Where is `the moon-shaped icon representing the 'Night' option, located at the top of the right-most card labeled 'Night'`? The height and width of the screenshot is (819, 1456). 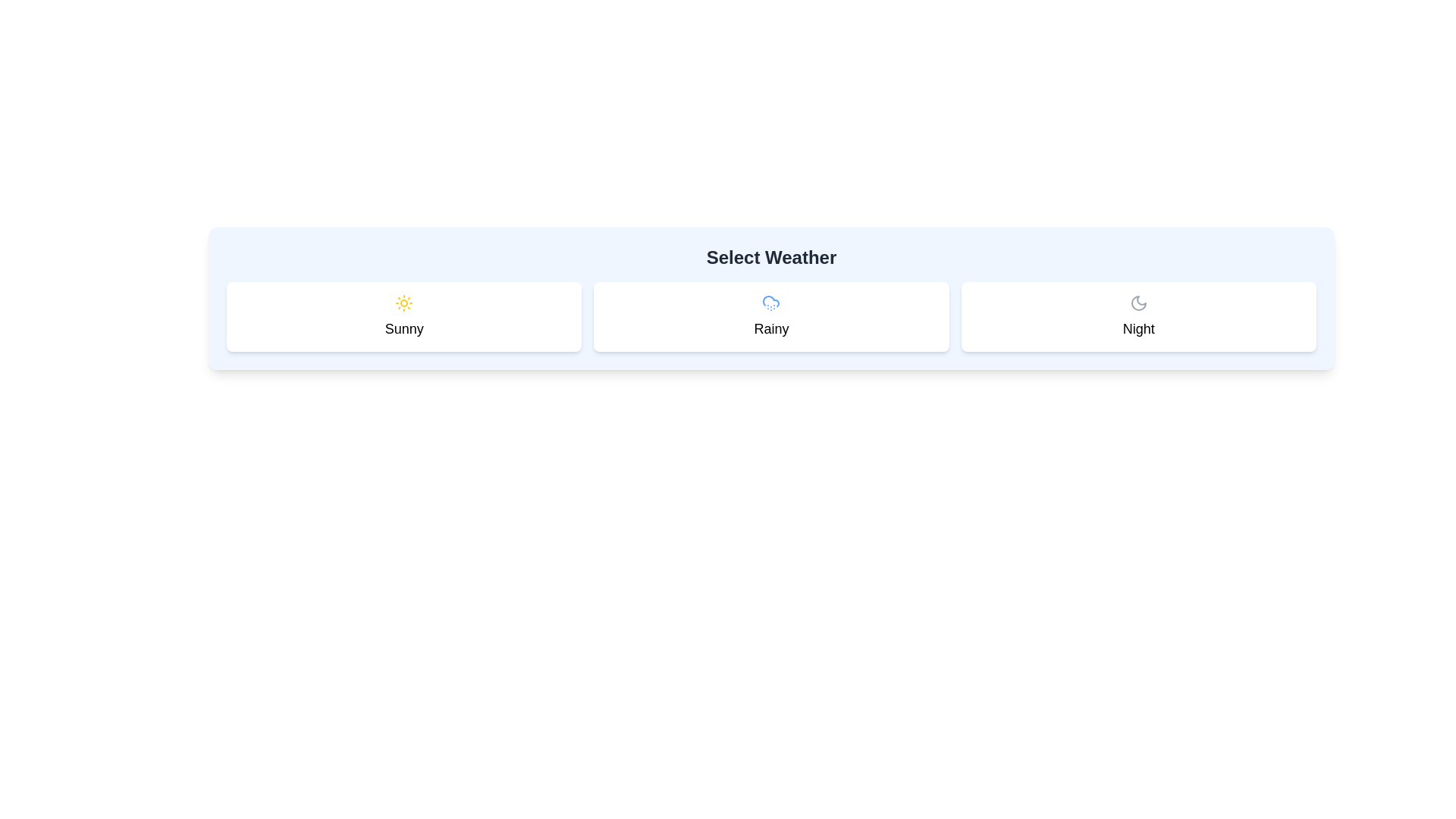 the moon-shaped icon representing the 'Night' option, located at the top of the right-most card labeled 'Night' is located at coordinates (1138, 303).